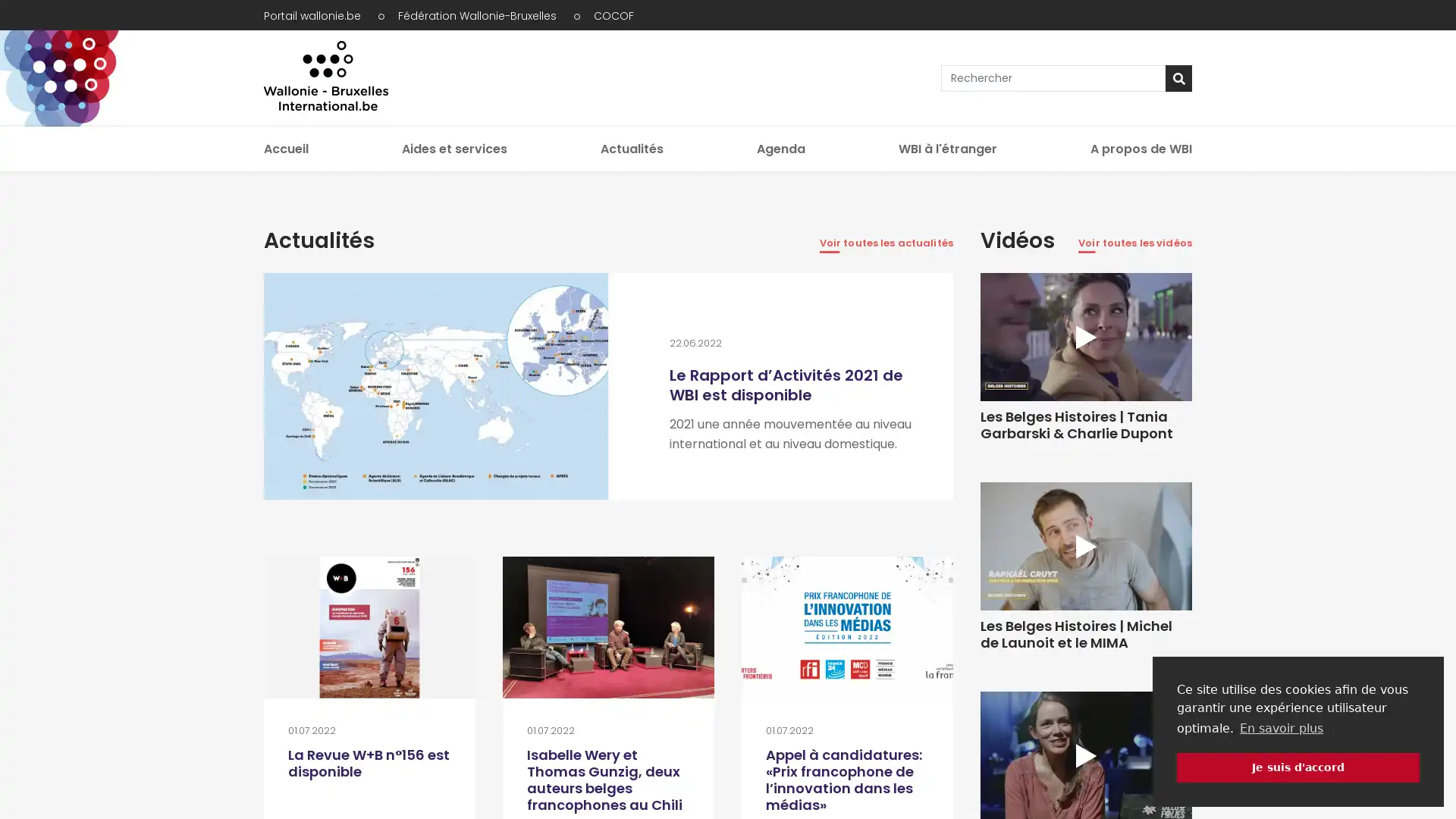  What do you see at coordinates (1298, 767) in the screenshot?
I see `dismiss cookie message` at bounding box center [1298, 767].